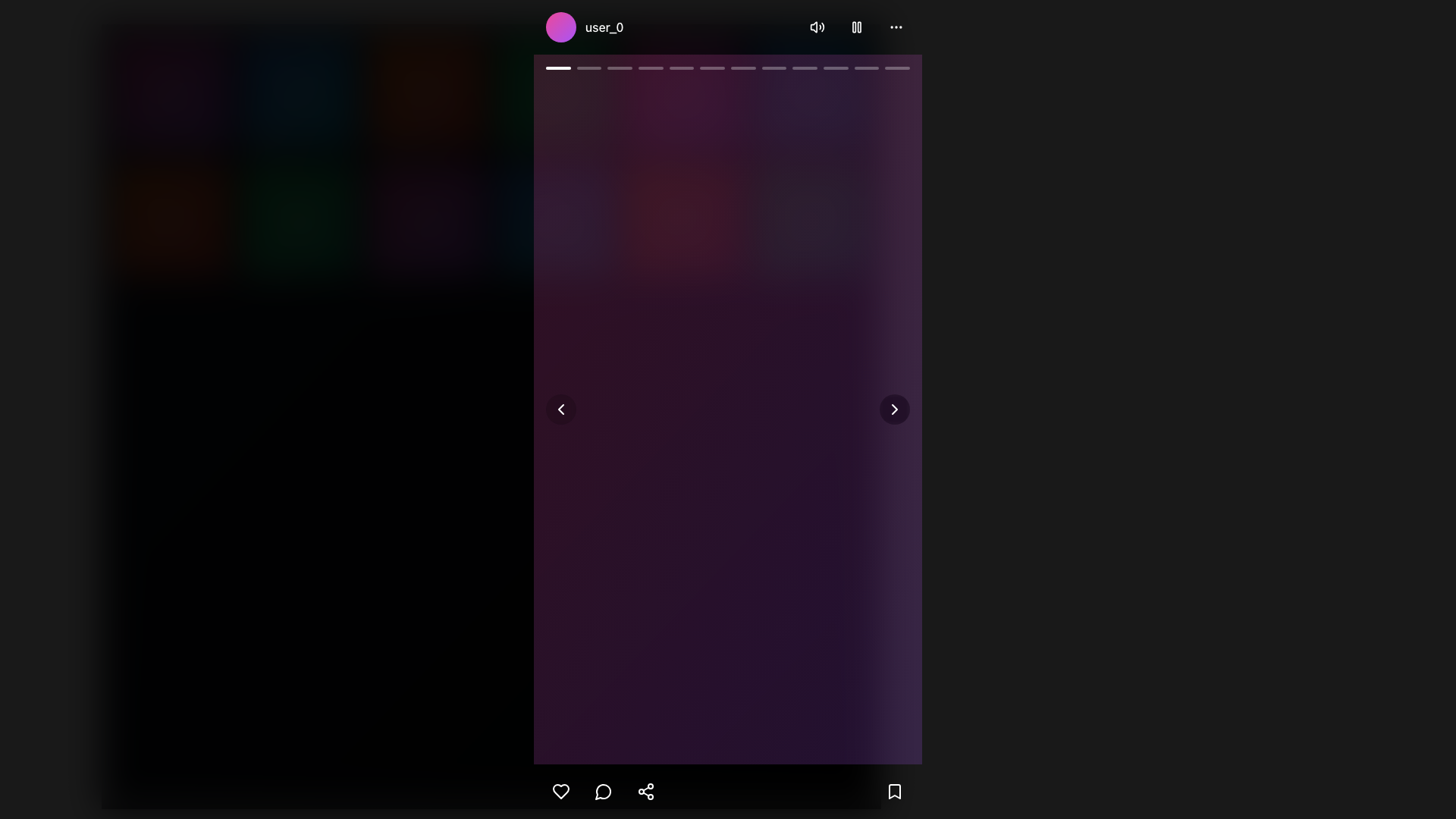 The height and width of the screenshot is (819, 1456). I want to click on the pause button located in the top row of the interface, positioned between the sound control icon and the ellipsis menu, so click(856, 27).